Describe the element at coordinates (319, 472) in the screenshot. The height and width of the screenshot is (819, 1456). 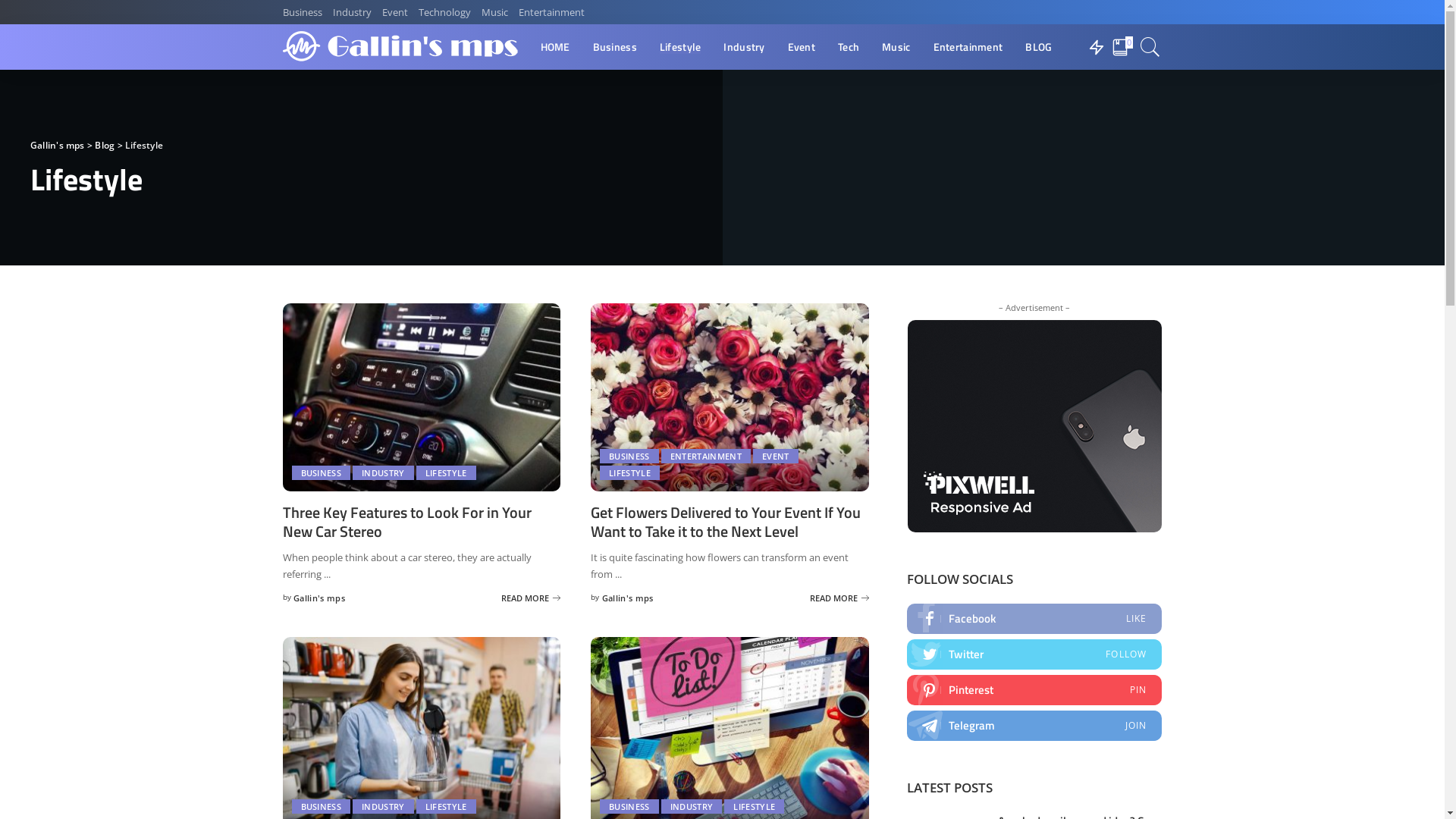
I see `'BUSINESS'` at that location.